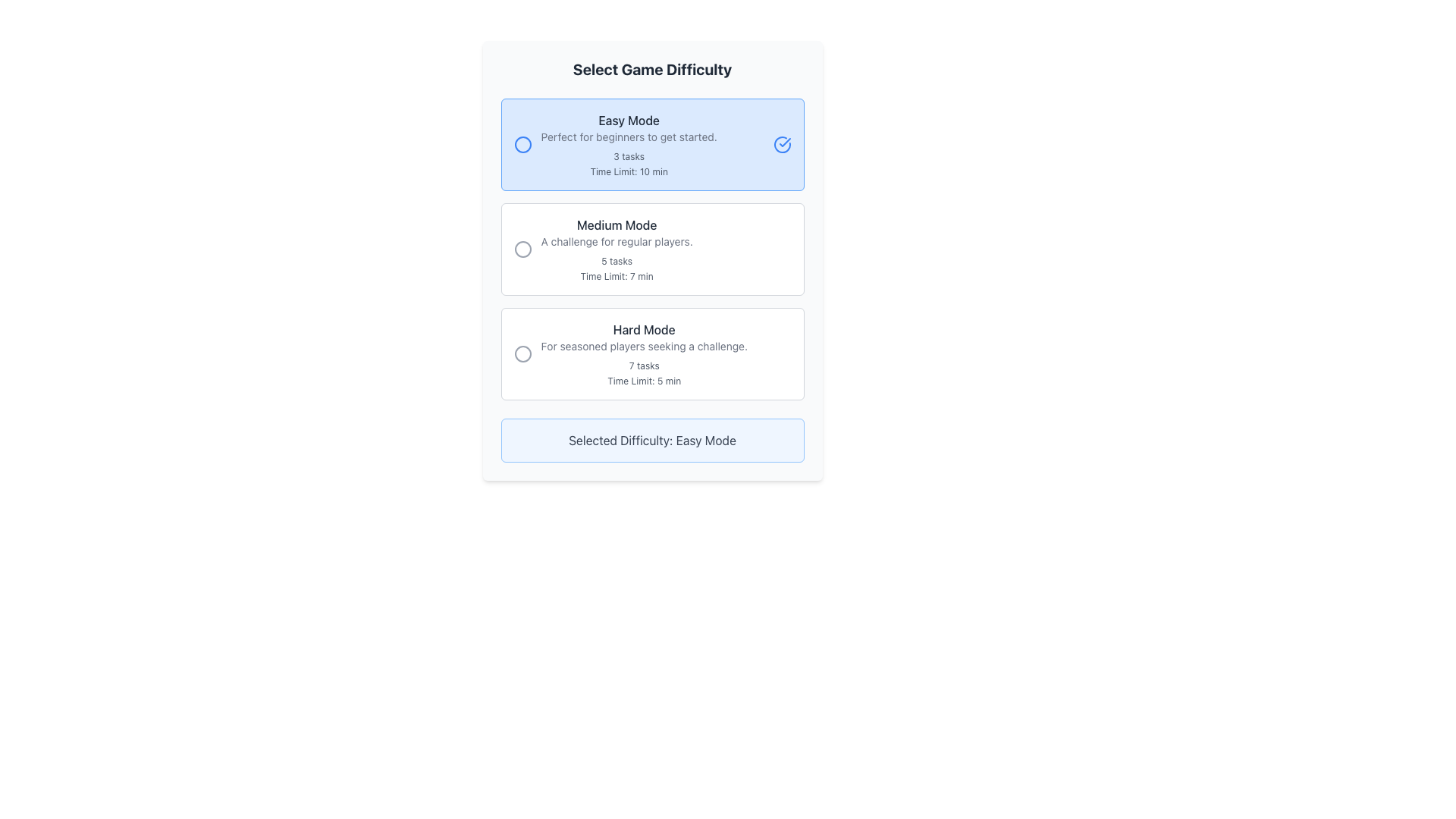  What do you see at coordinates (522, 248) in the screenshot?
I see `the circular SVG graphical element located in the 'Medium Mode' difficulty section, which is visually centered near the 'Medium Mode' text` at bounding box center [522, 248].